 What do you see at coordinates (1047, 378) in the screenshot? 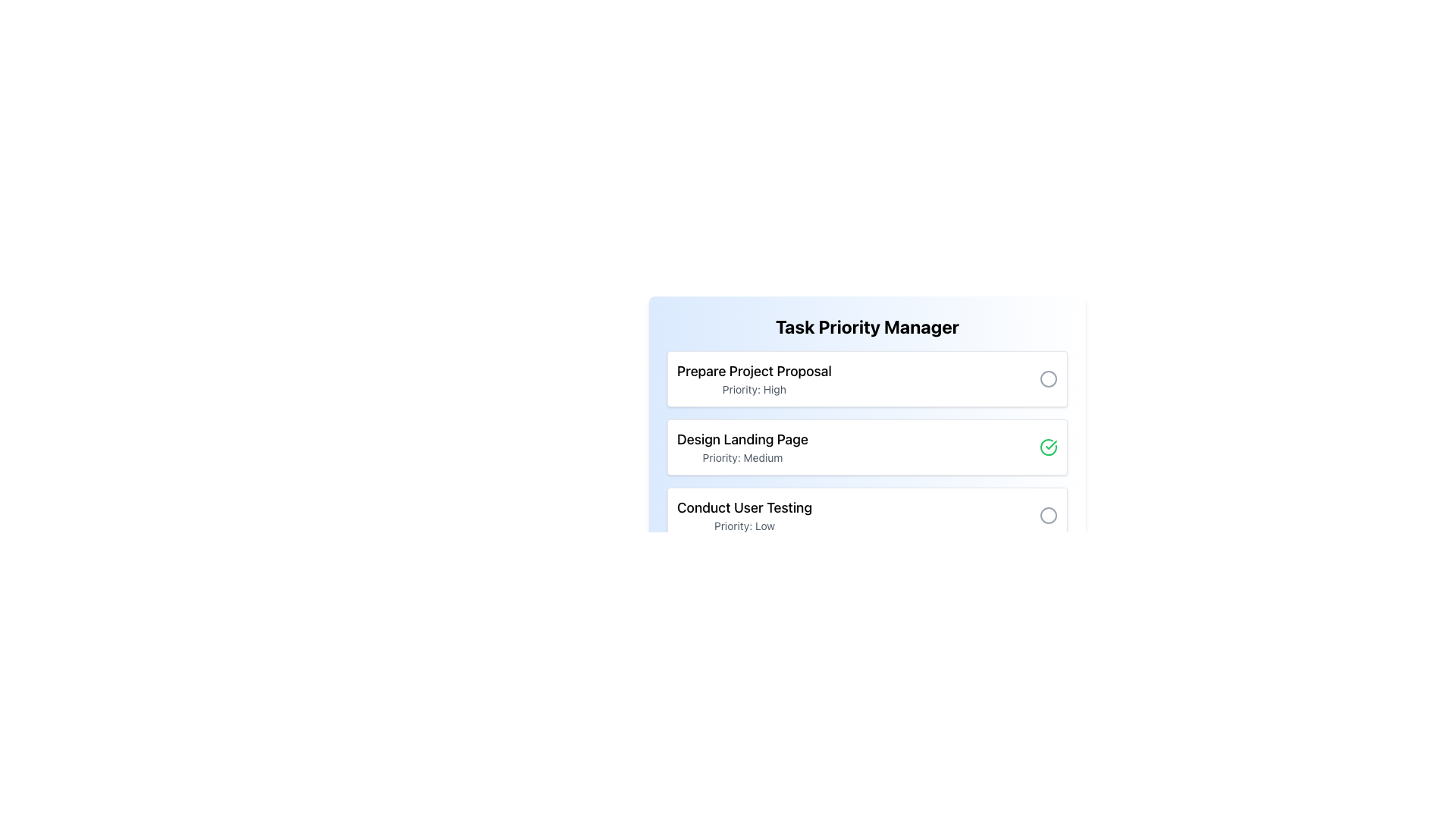
I see `the indicator element, which is a circle representing the status of the 'Prepare Project Proposal' task, located towards the right side of the task box` at bounding box center [1047, 378].